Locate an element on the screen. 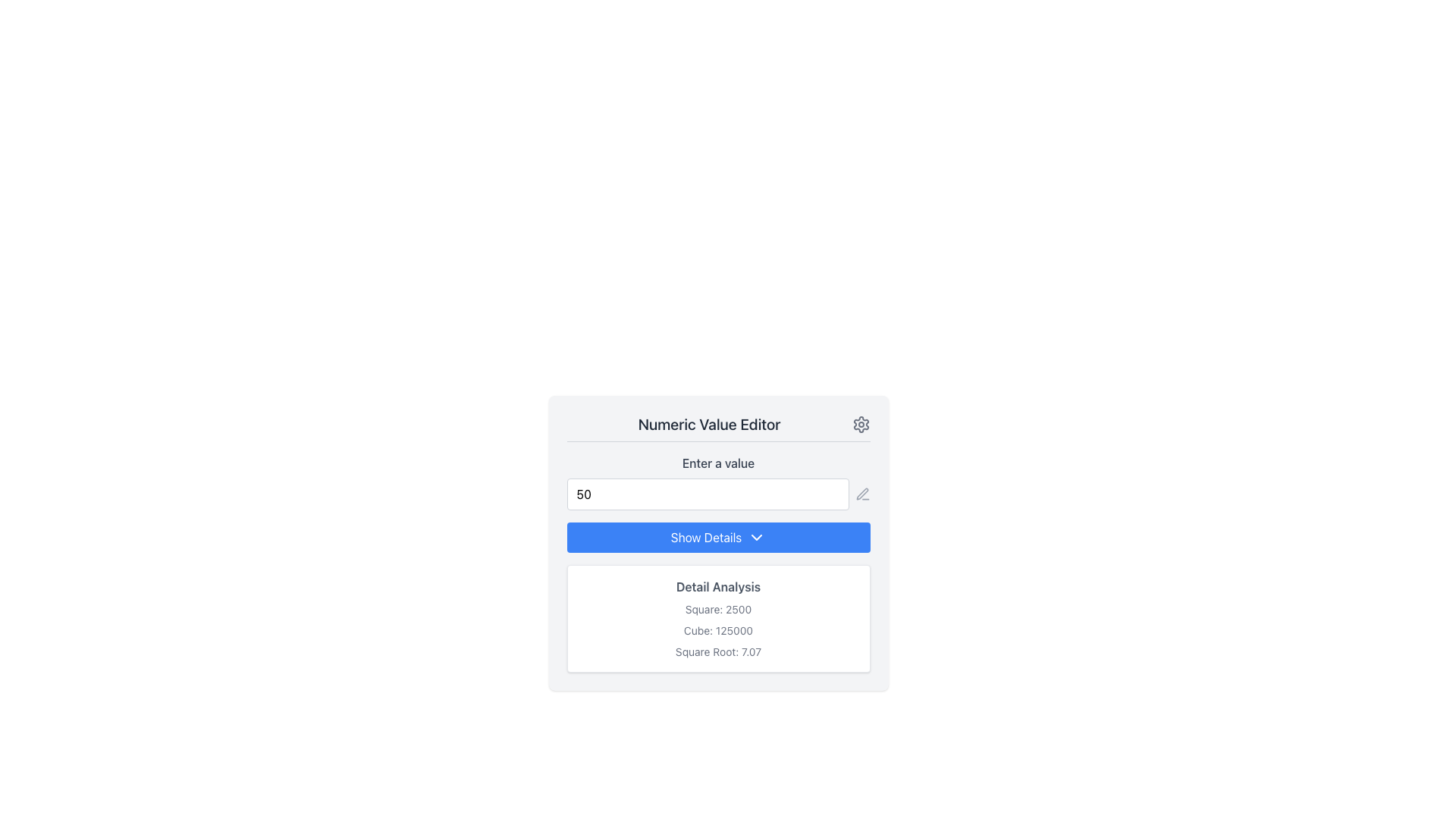 The width and height of the screenshot is (1456, 819). the Informational Display box with rounded corners and a white background, located beneath the 'Show Details' button, which contains the header 'Detail Analysis' and values for Square, Cube, and Square Root is located at coordinates (717, 619).